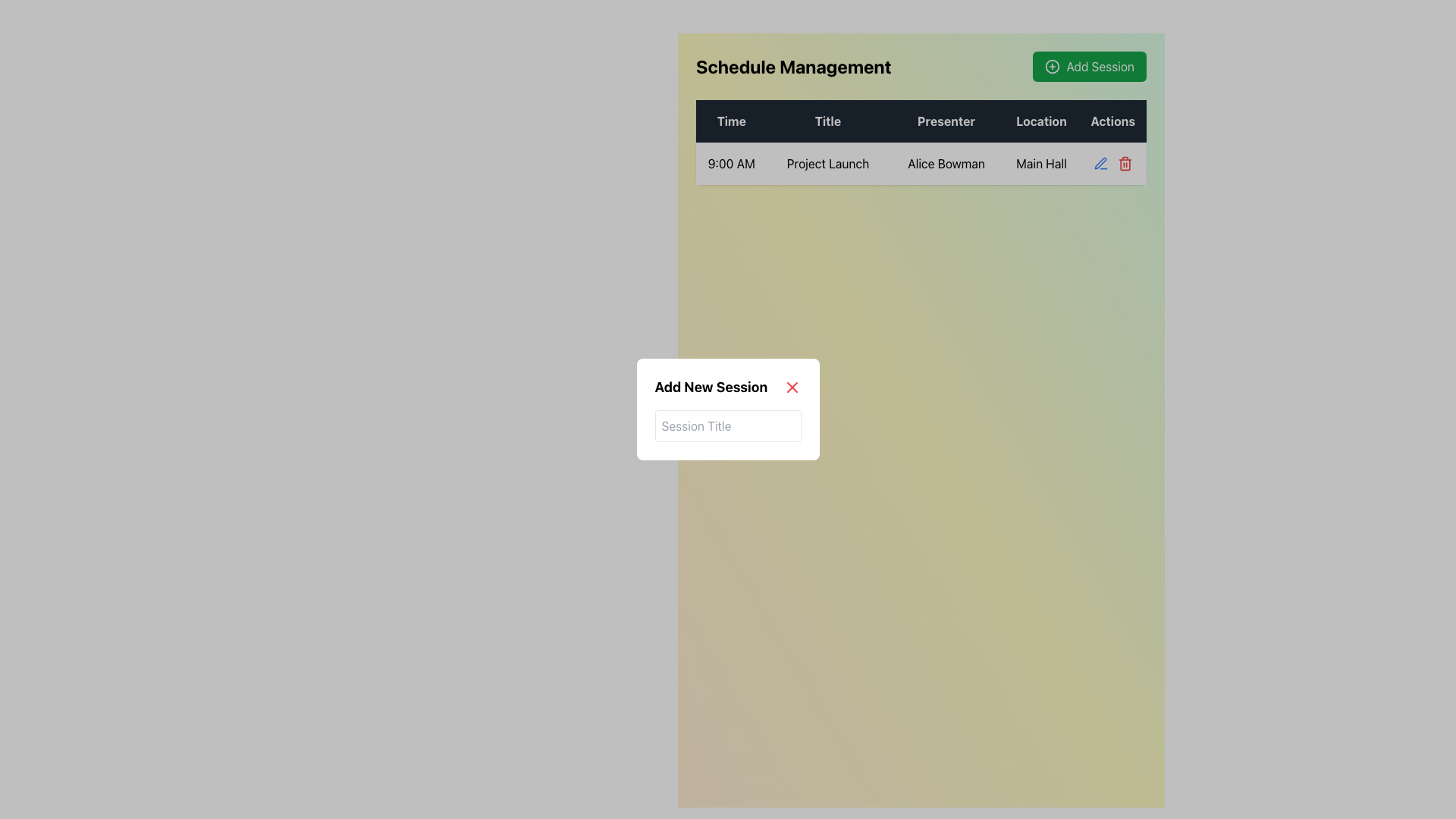 The image size is (1456, 819). Describe the element at coordinates (1100, 164) in the screenshot. I see `the blue pen icon button representing edit functionality located in the top-right section of the page, associated with 'Project Launch'` at that location.